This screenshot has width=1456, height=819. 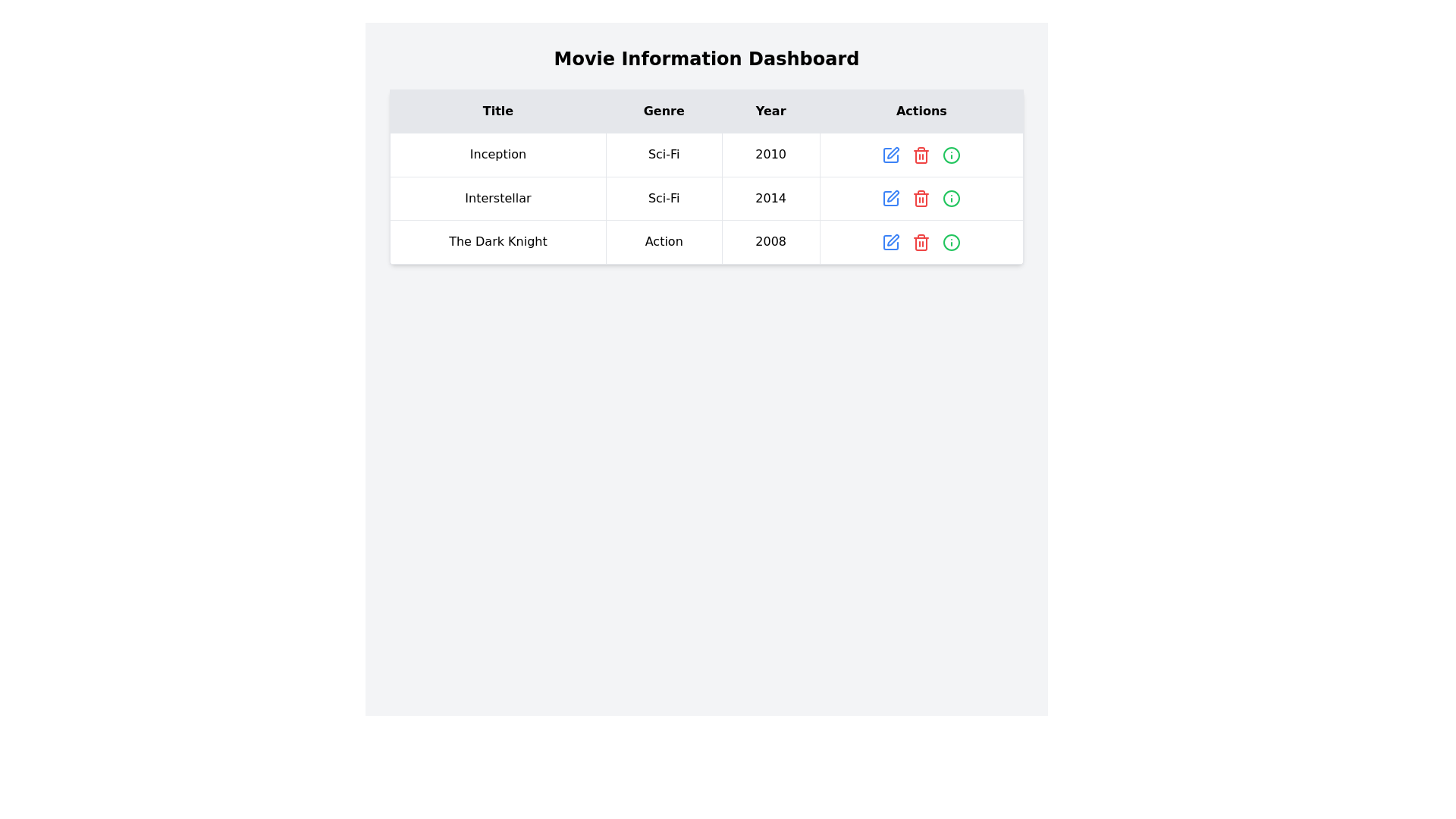 I want to click on the text label representing the title of a movie in the third row and first column of the table, so click(x=498, y=241).